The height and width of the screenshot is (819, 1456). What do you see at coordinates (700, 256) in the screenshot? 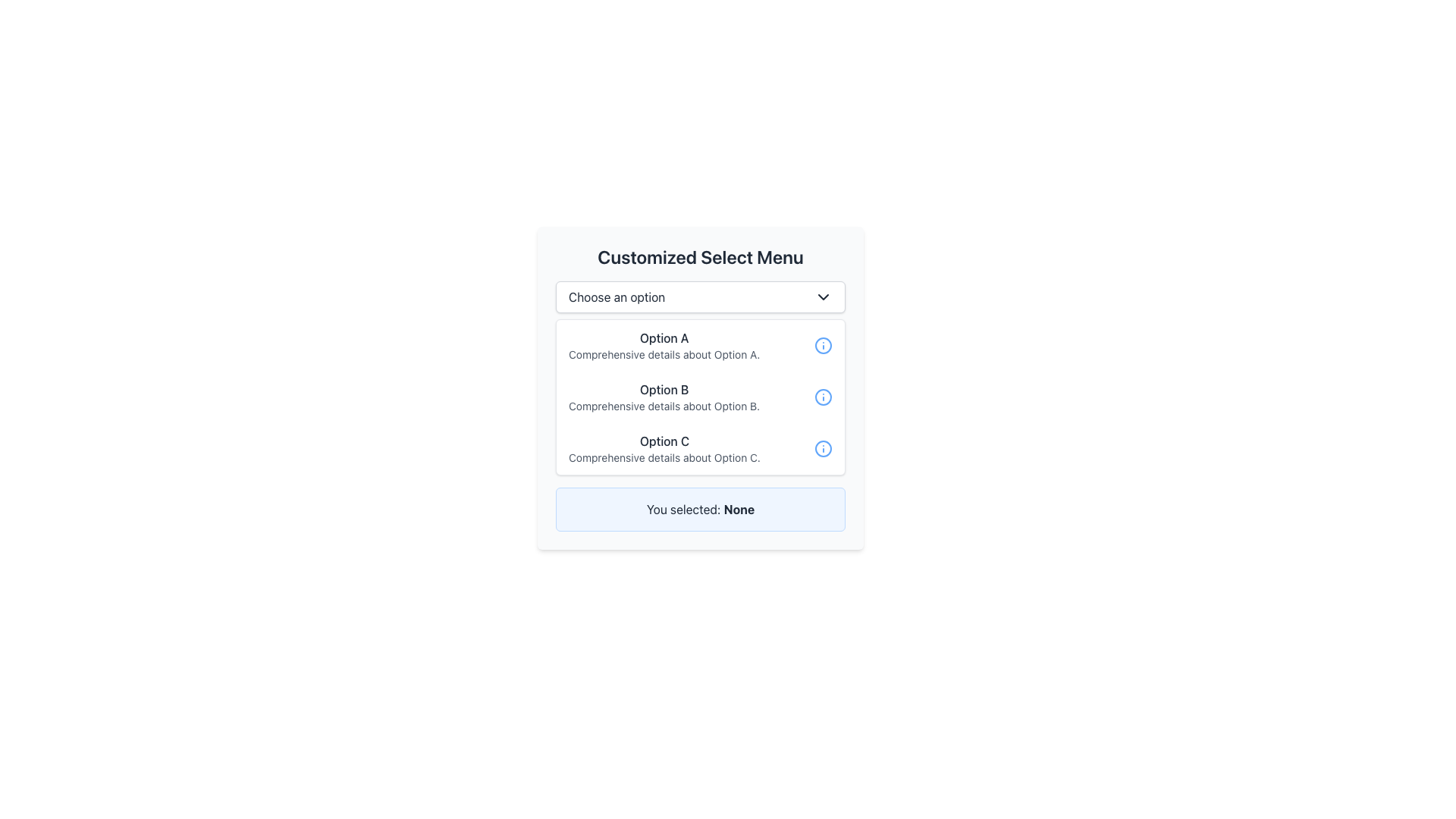
I see `the text header 'Customized Select Menu', which is displayed in large, bold, and centered font at the top of the component` at bounding box center [700, 256].